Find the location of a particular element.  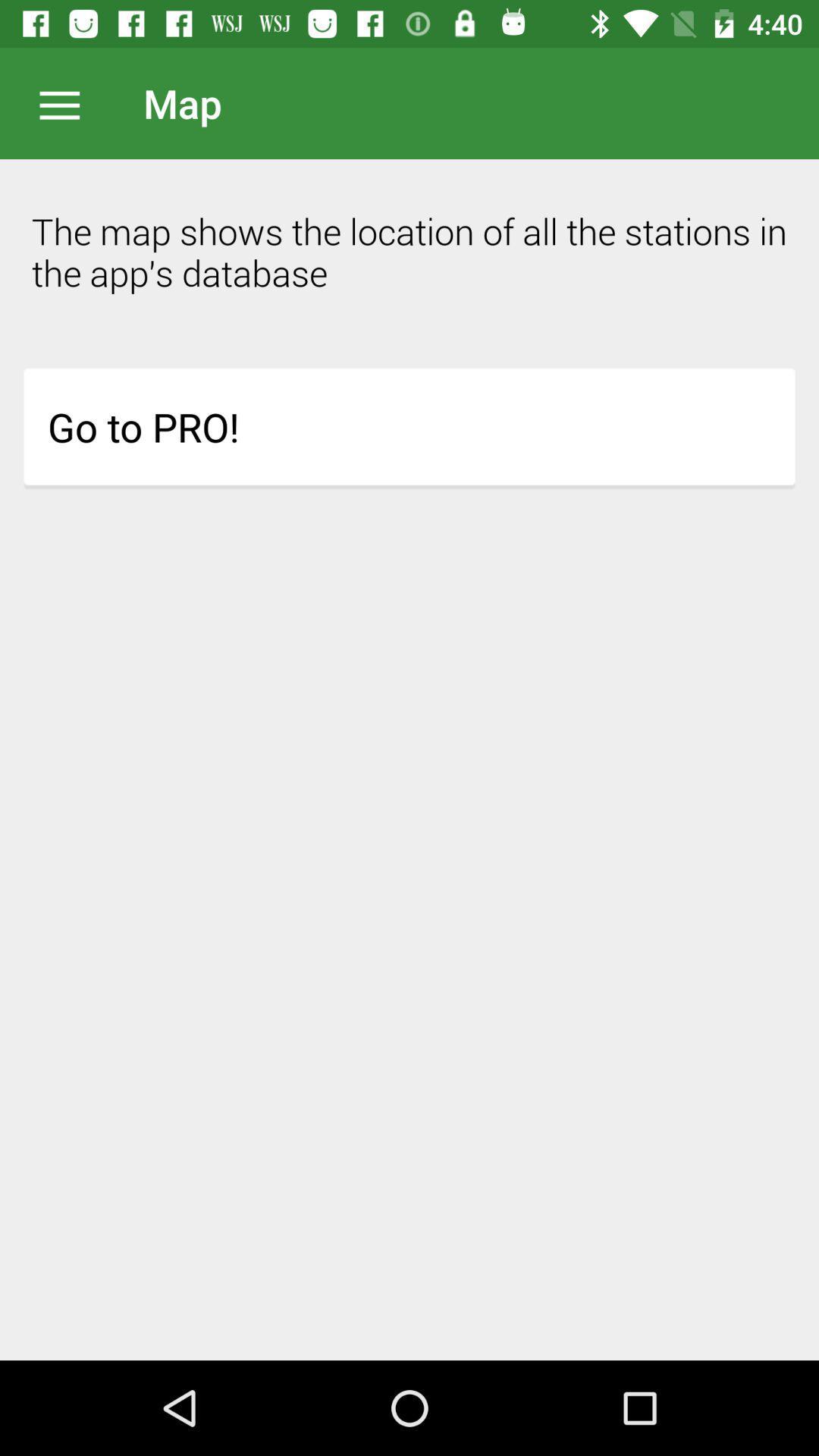

the item above the map shows item is located at coordinates (67, 102).